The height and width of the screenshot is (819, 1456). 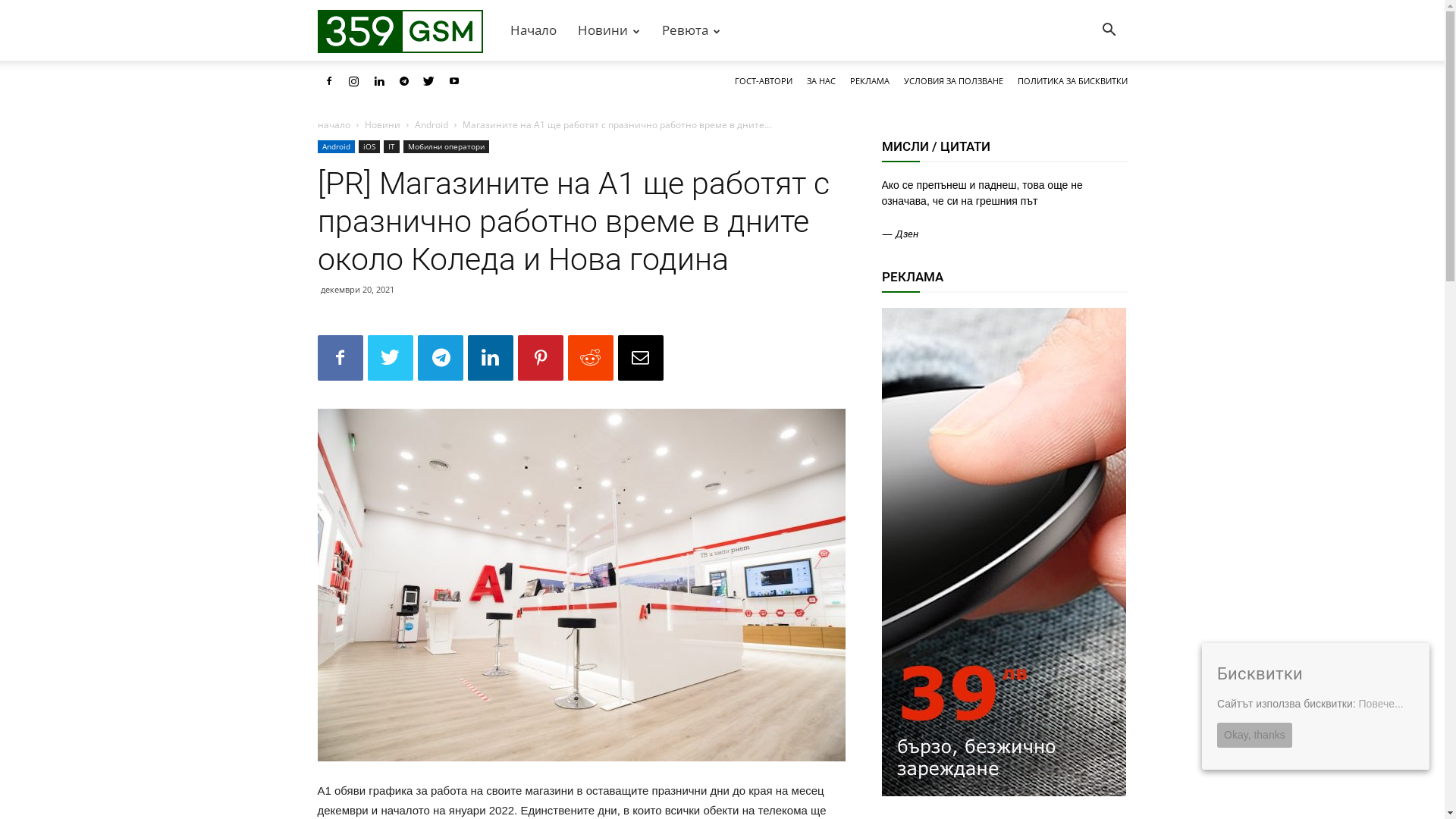 What do you see at coordinates (368, 146) in the screenshot?
I see `'iOS'` at bounding box center [368, 146].